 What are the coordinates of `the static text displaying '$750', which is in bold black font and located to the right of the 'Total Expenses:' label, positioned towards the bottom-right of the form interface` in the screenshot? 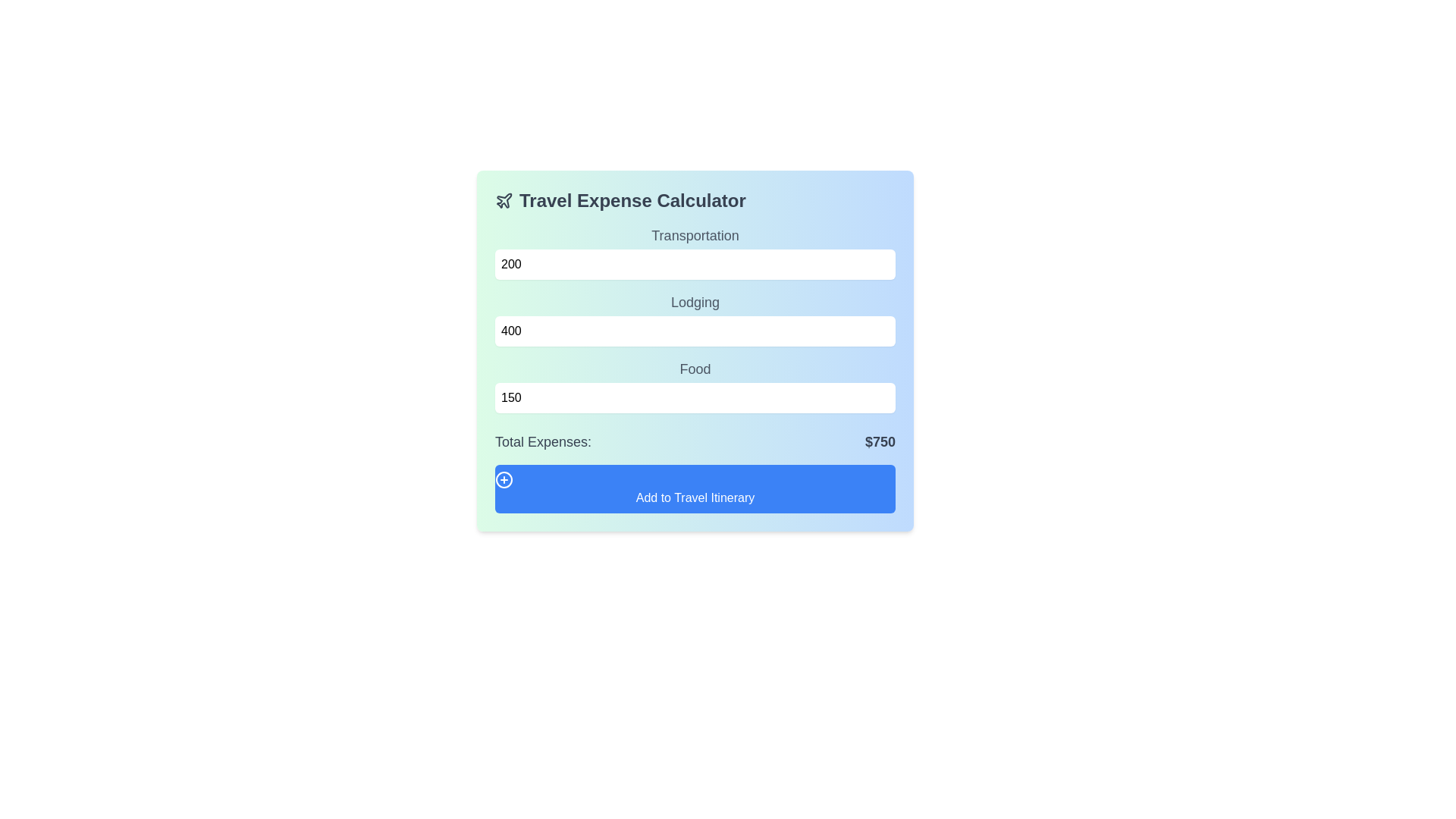 It's located at (880, 441).